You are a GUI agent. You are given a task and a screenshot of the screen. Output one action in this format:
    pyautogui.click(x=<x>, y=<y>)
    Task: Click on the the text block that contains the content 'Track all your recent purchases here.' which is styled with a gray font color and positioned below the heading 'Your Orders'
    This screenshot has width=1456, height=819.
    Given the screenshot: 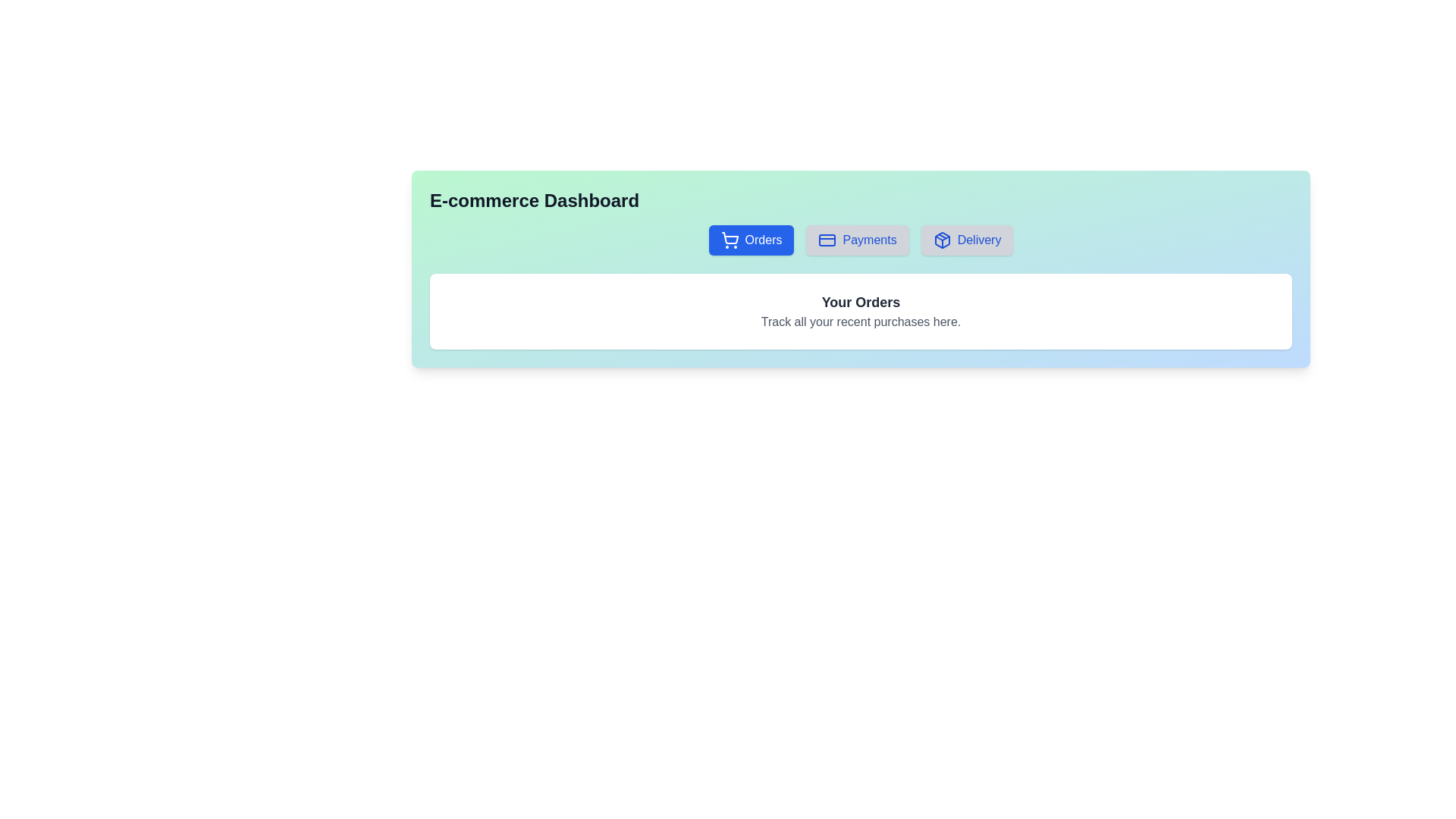 What is the action you would take?
    pyautogui.click(x=861, y=321)
    